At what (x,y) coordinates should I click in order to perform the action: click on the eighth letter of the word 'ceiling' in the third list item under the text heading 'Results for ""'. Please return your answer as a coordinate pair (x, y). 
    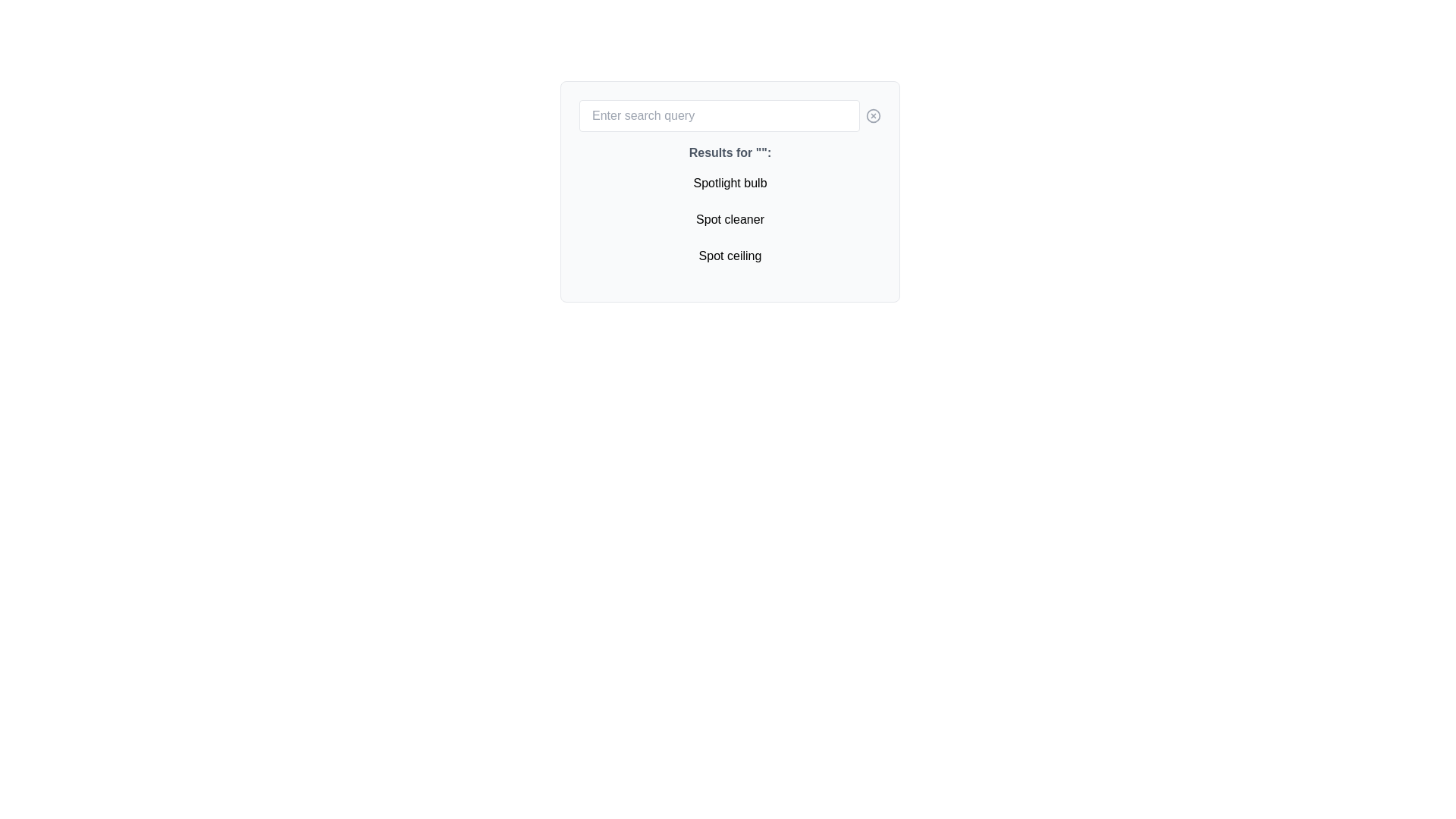
    Looking at the image, I should click on (744, 255).